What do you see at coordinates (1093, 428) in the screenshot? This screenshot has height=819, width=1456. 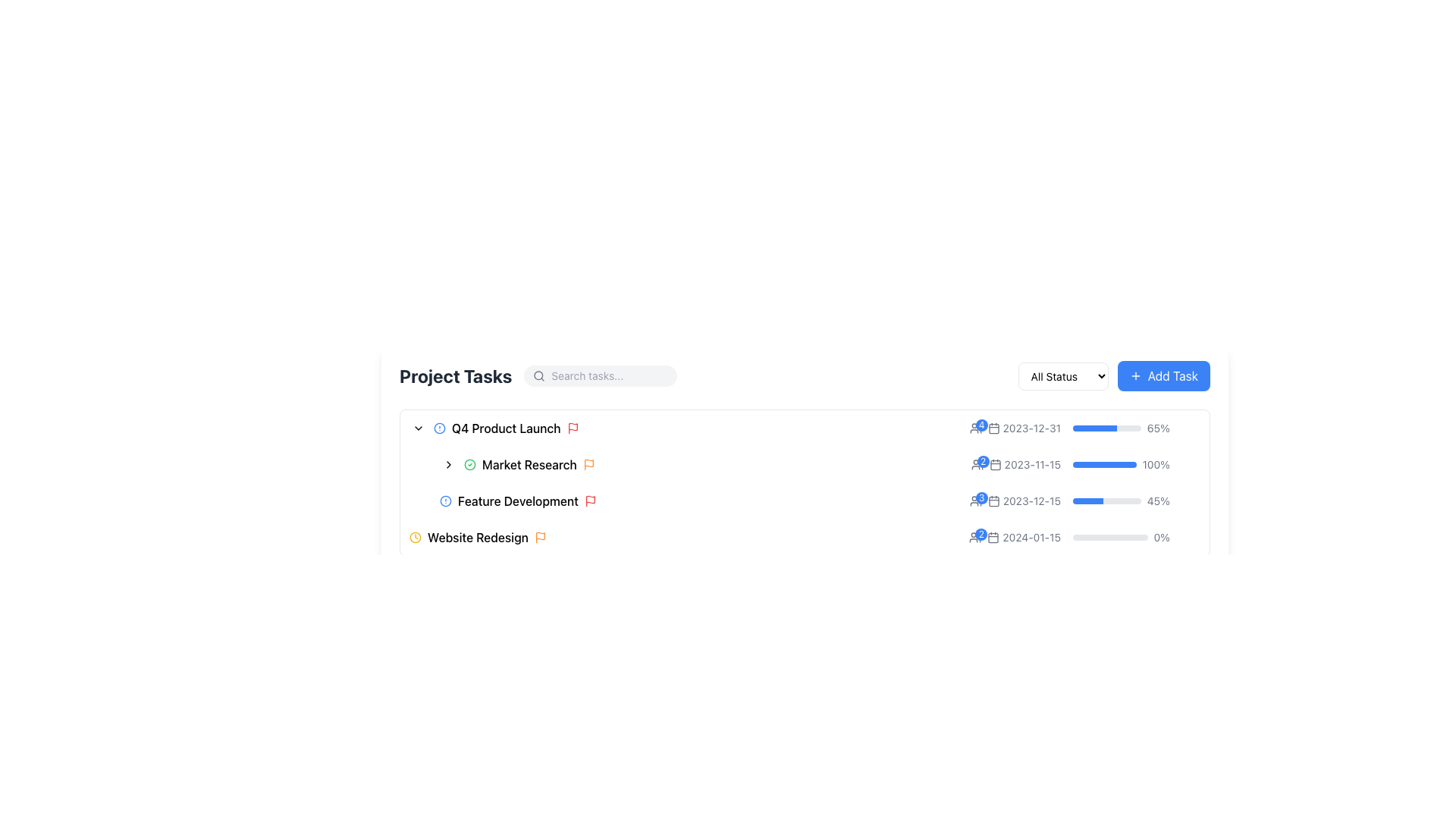 I see `task completion` at bounding box center [1093, 428].